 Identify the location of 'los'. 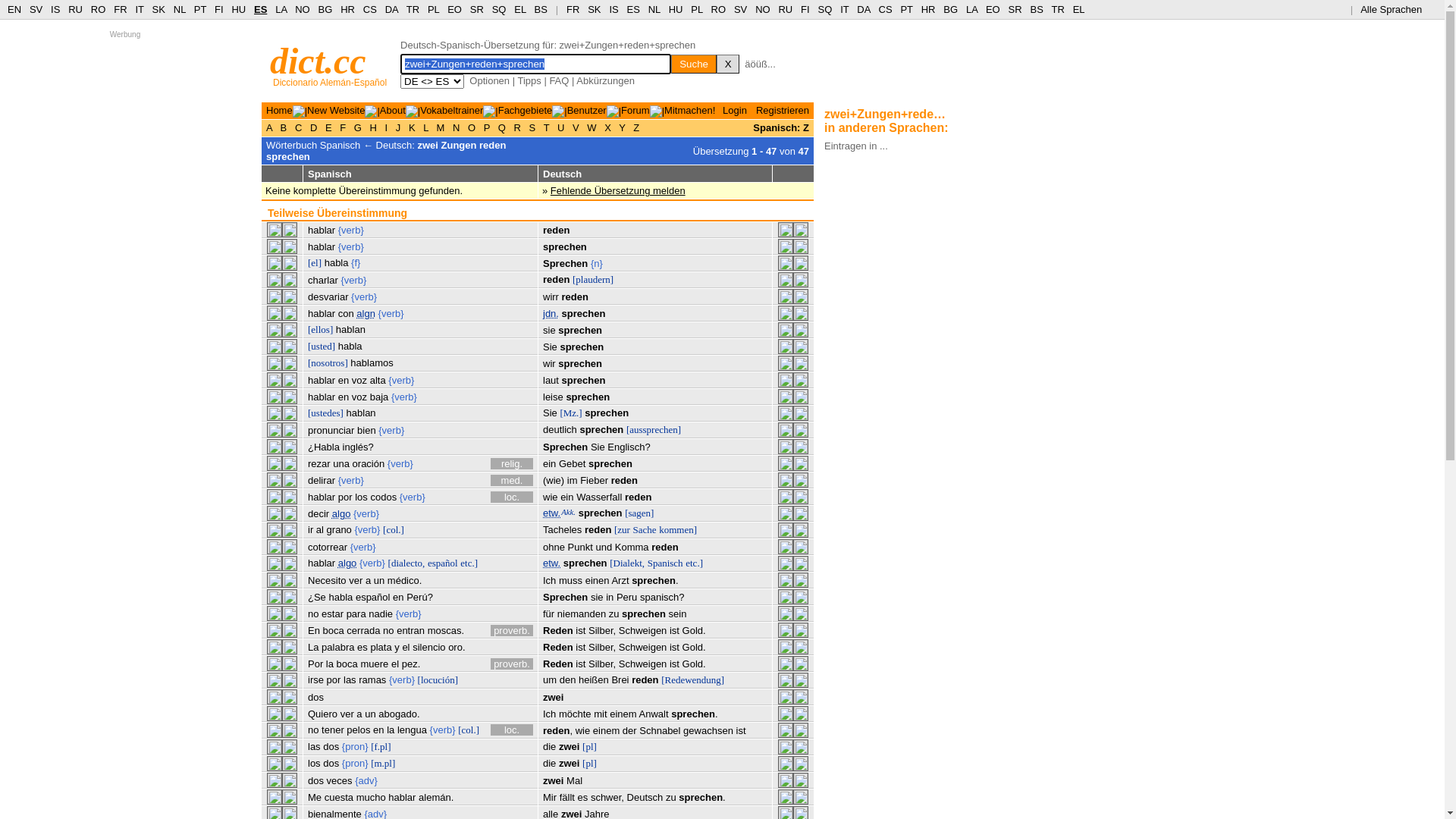
(360, 497).